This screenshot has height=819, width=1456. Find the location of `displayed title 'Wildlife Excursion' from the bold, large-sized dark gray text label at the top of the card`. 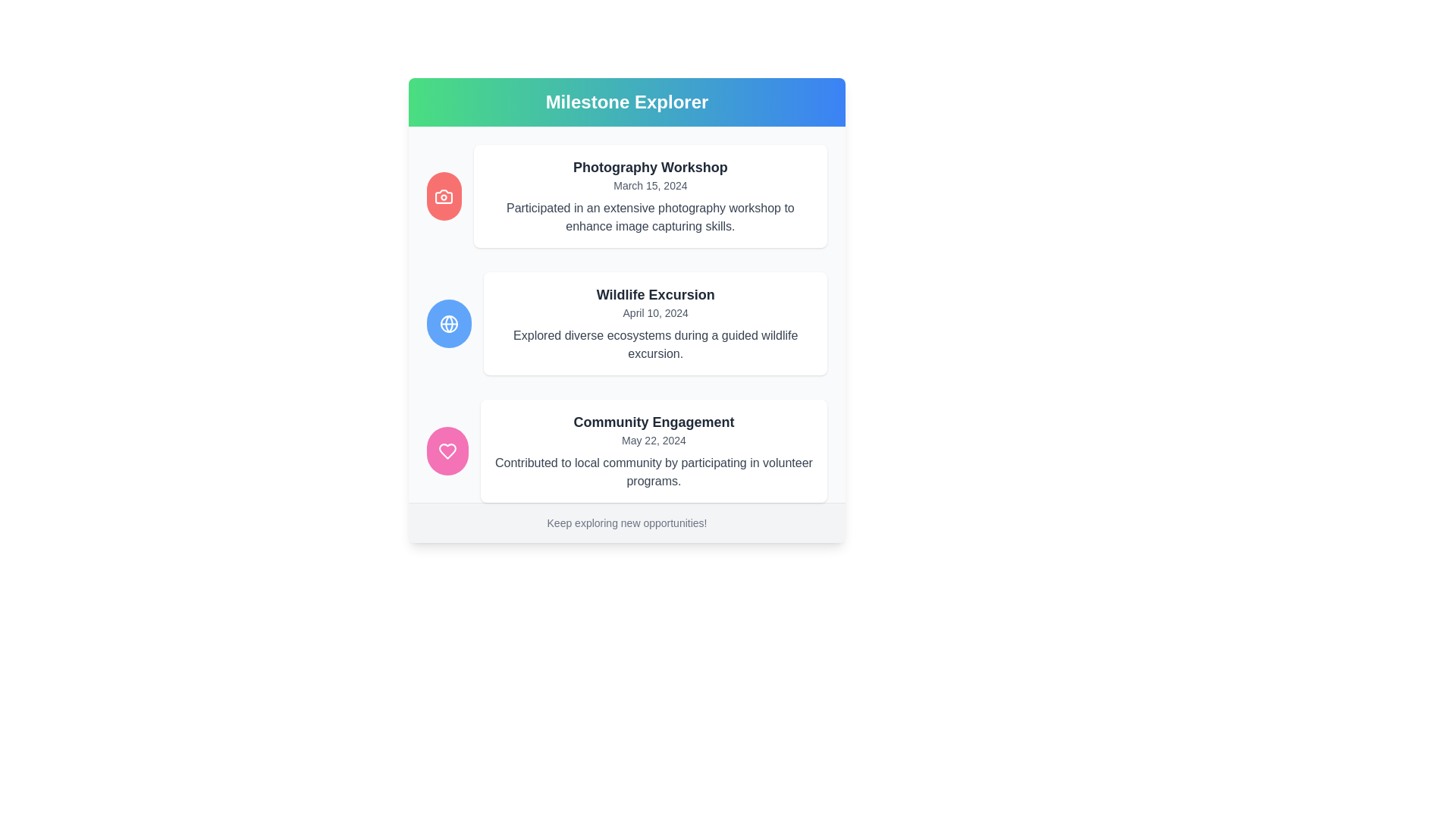

displayed title 'Wildlife Excursion' from the bold, large-sized dark gray text label at the top of the card is located at coordinates (655, 295).